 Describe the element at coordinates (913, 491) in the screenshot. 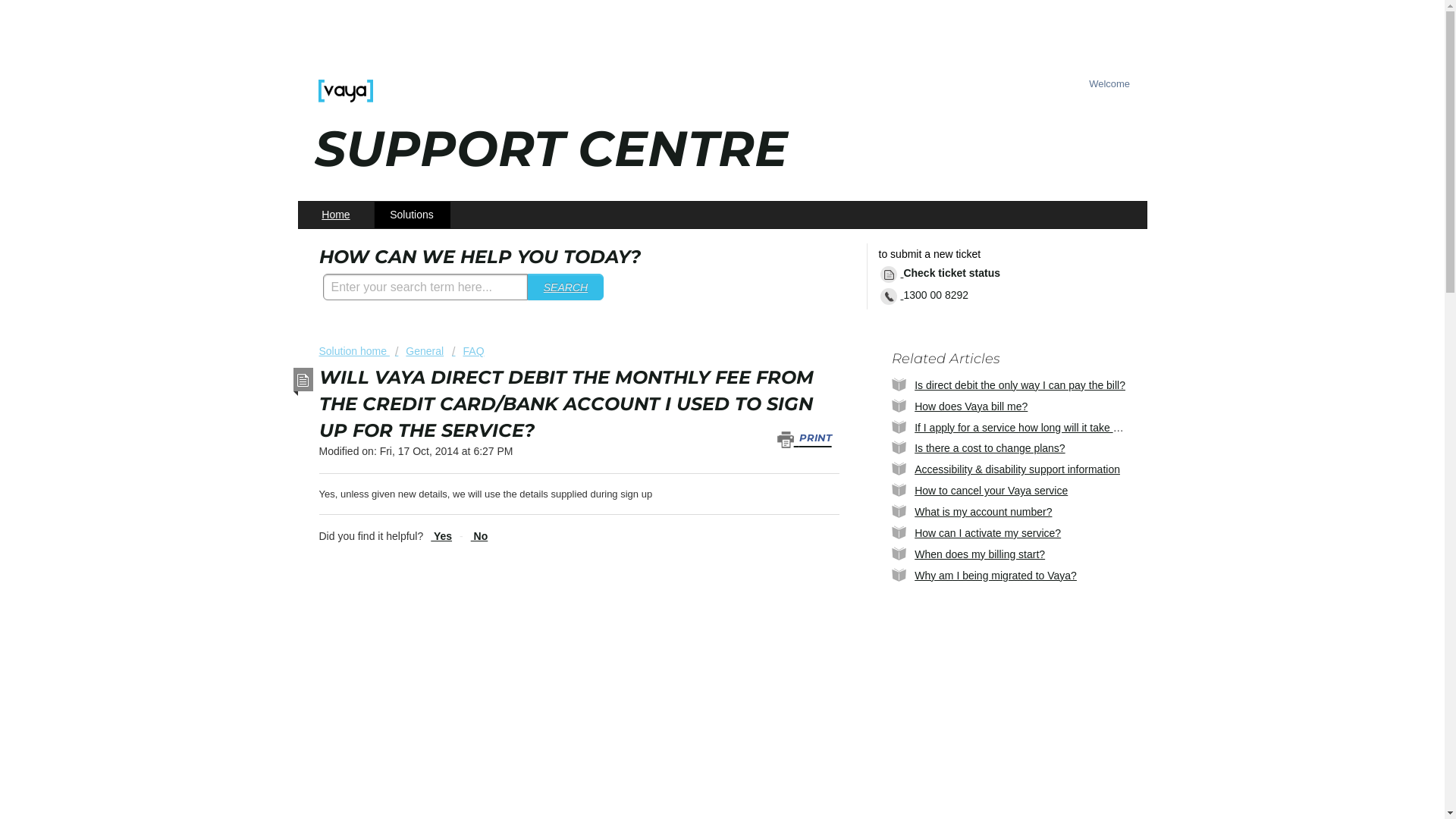

I see `'How to cancel your Vaya service'` at that location.